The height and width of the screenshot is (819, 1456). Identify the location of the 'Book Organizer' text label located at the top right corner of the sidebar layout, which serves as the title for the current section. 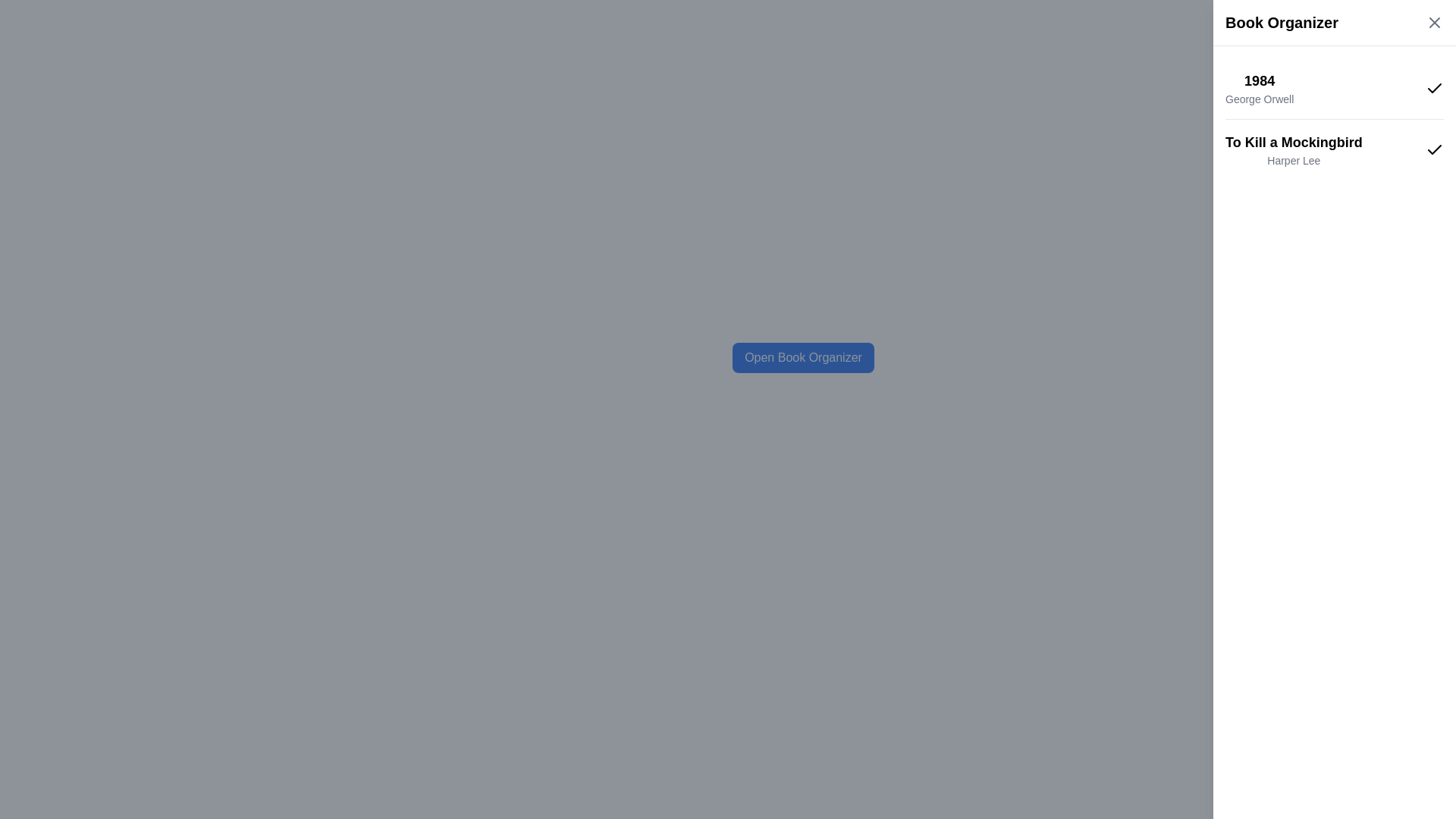
(1281, 23).